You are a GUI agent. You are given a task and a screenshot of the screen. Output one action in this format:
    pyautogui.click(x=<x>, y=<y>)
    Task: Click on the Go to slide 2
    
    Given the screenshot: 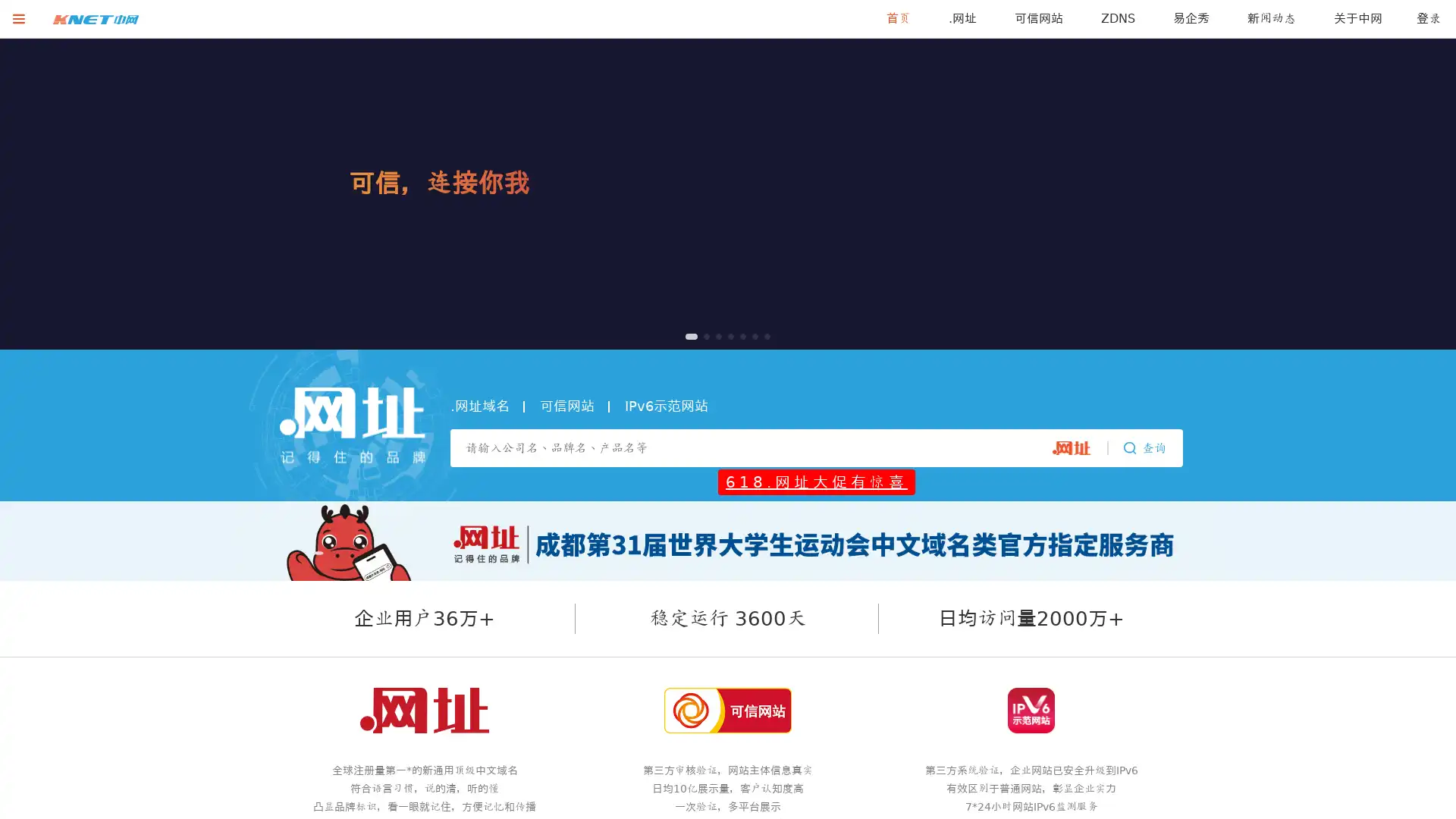 What is the action you would take?
    pyautogui.click(x=700, y=335)
    